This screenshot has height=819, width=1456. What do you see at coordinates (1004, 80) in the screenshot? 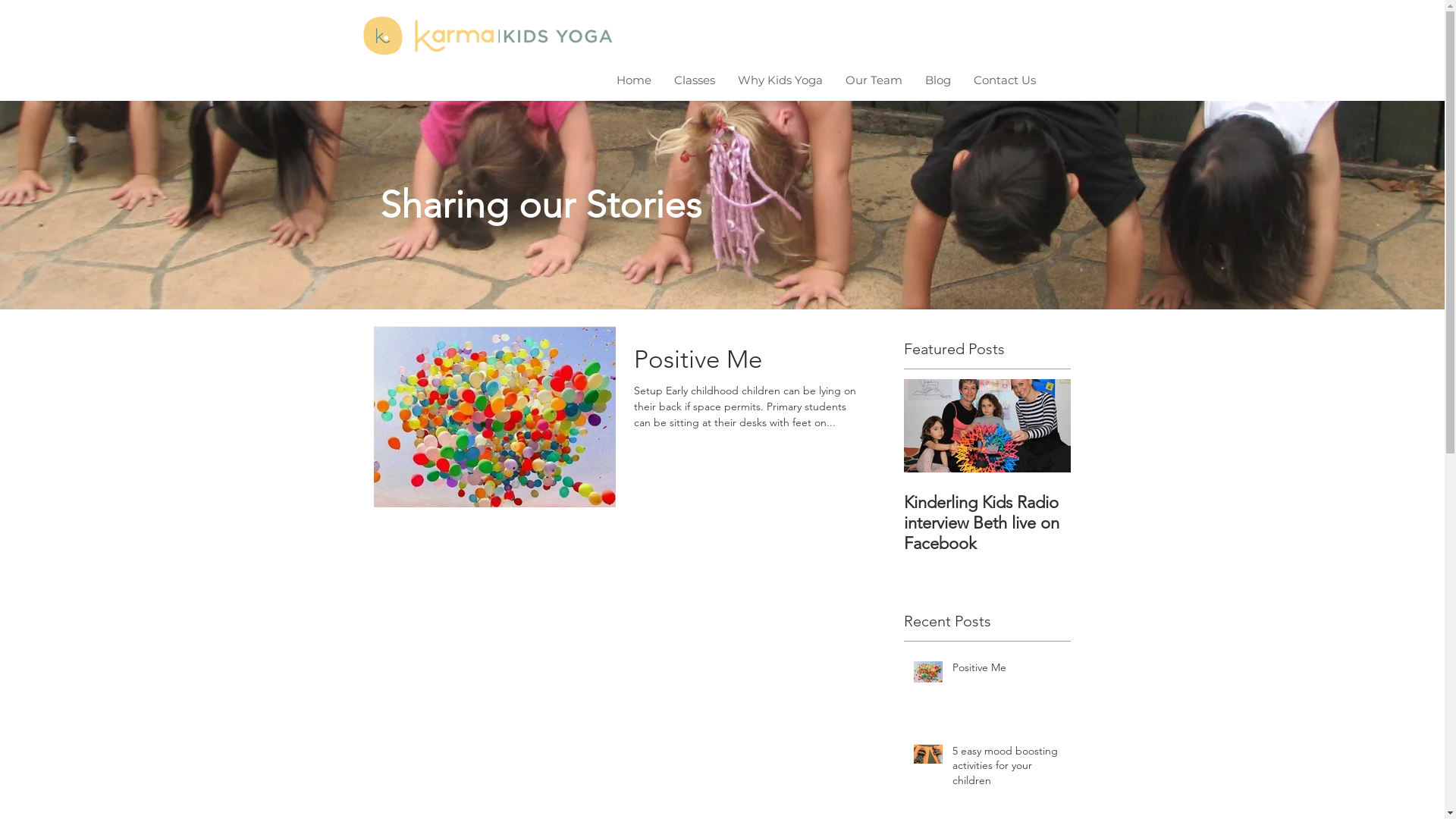
I see `'Contact Us'` at bounding box center [1004, 80].